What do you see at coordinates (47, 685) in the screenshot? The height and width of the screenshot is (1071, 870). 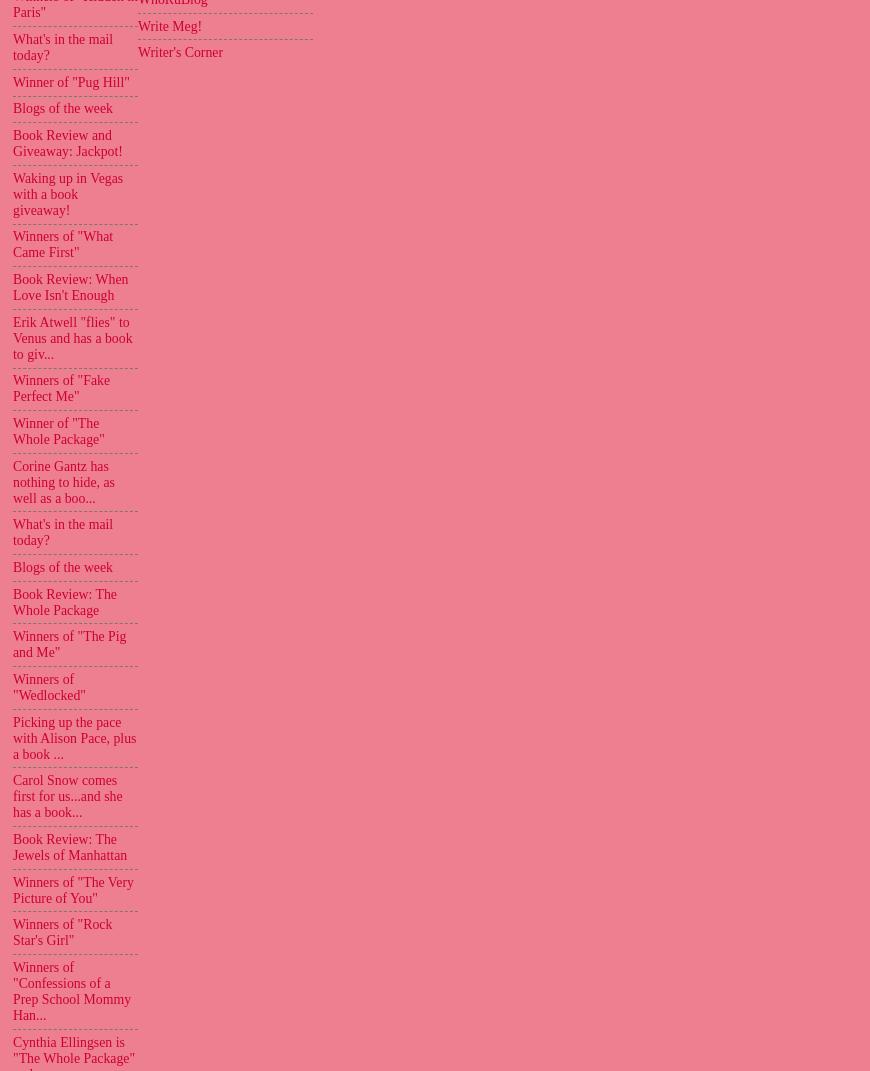 I see `'Winners of "Wedlocked"'` at bounding box center [47, 685].